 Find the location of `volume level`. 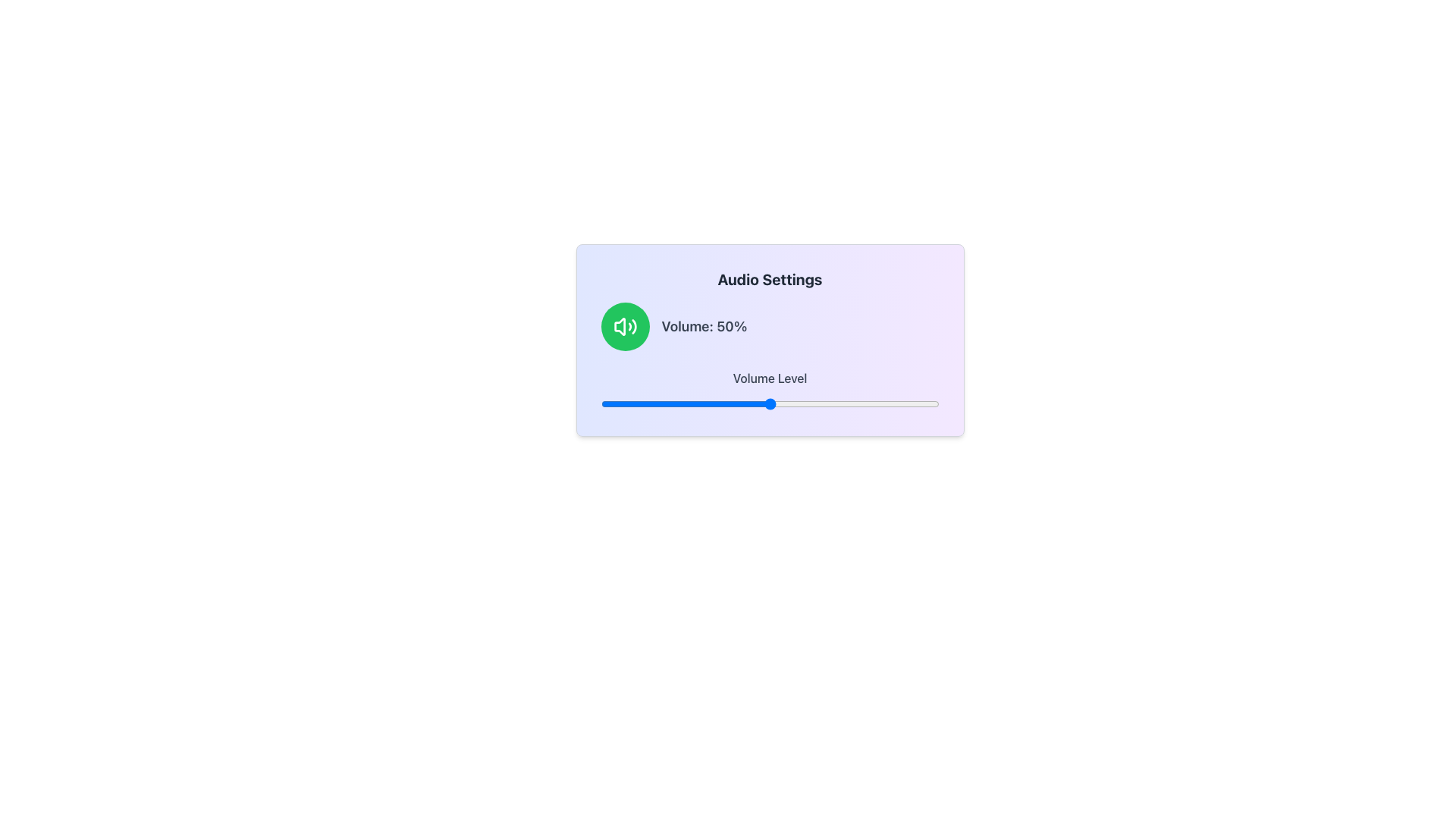

volume level is located at coordinates (725, 403).